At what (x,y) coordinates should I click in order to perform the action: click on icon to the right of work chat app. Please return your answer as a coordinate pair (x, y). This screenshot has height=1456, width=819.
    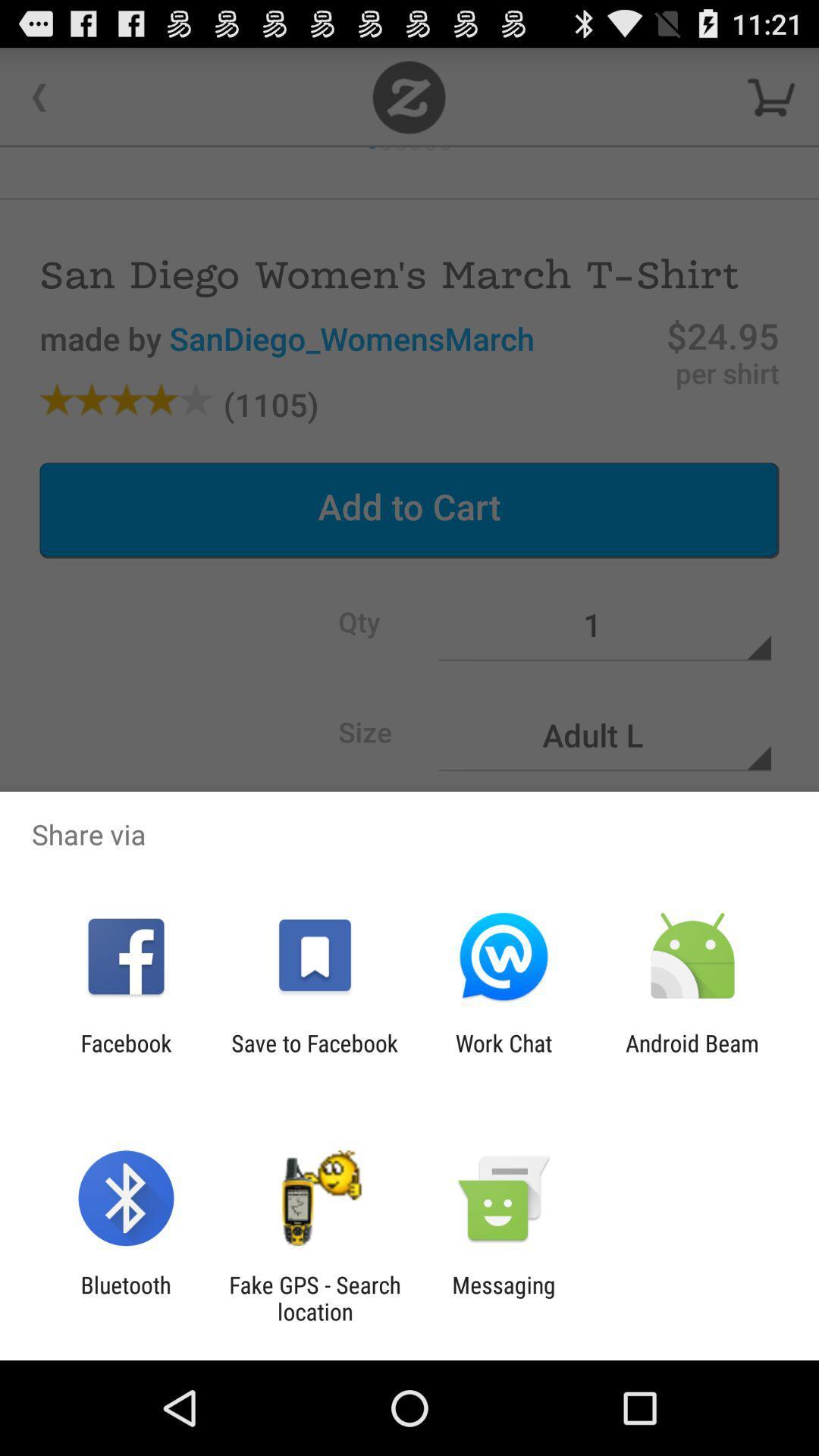
    Looking at the image, I should click on (692, 1056).